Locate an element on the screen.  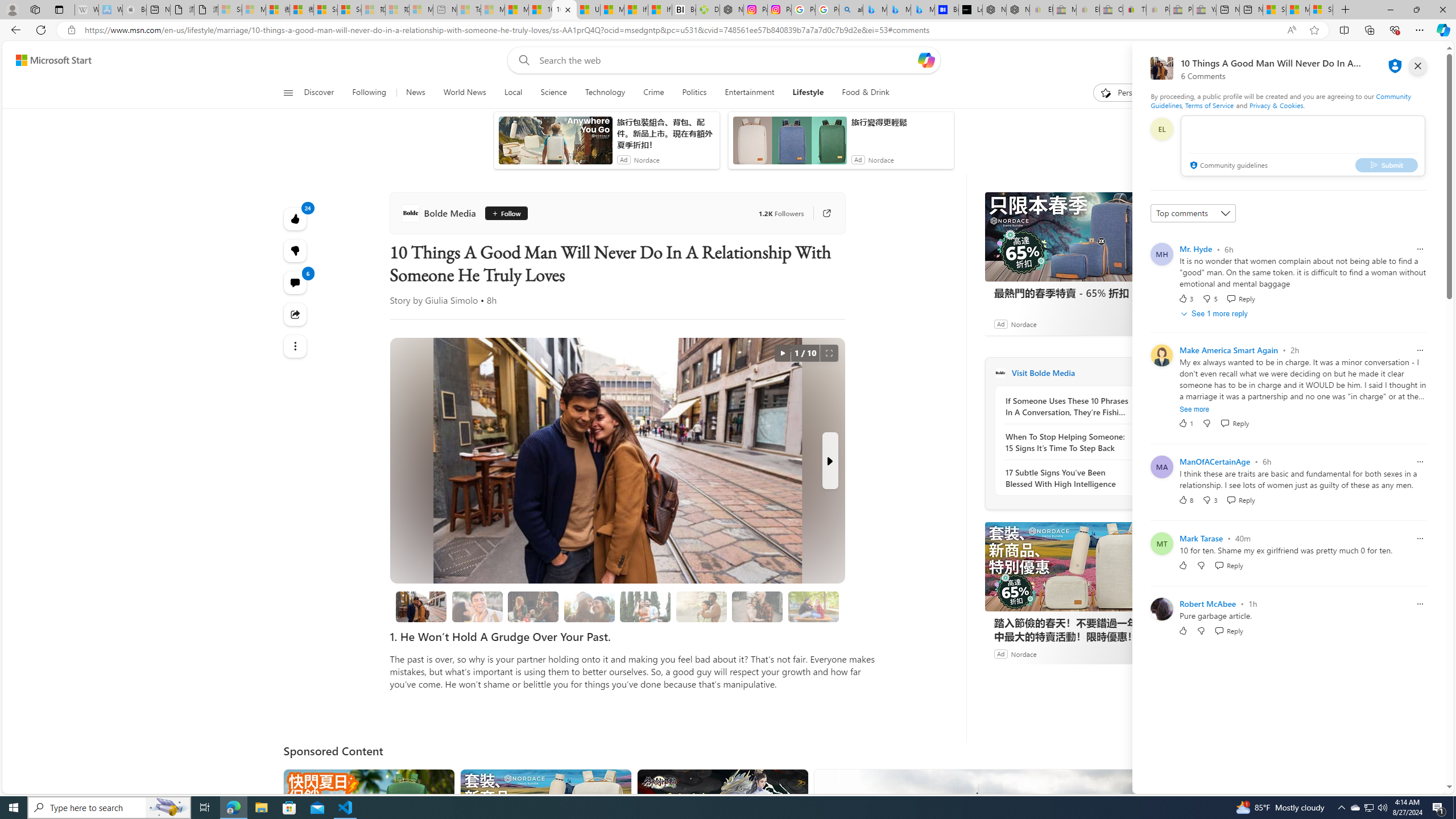
'Reply Reply Comment' is located at coordinates (1228, 630).